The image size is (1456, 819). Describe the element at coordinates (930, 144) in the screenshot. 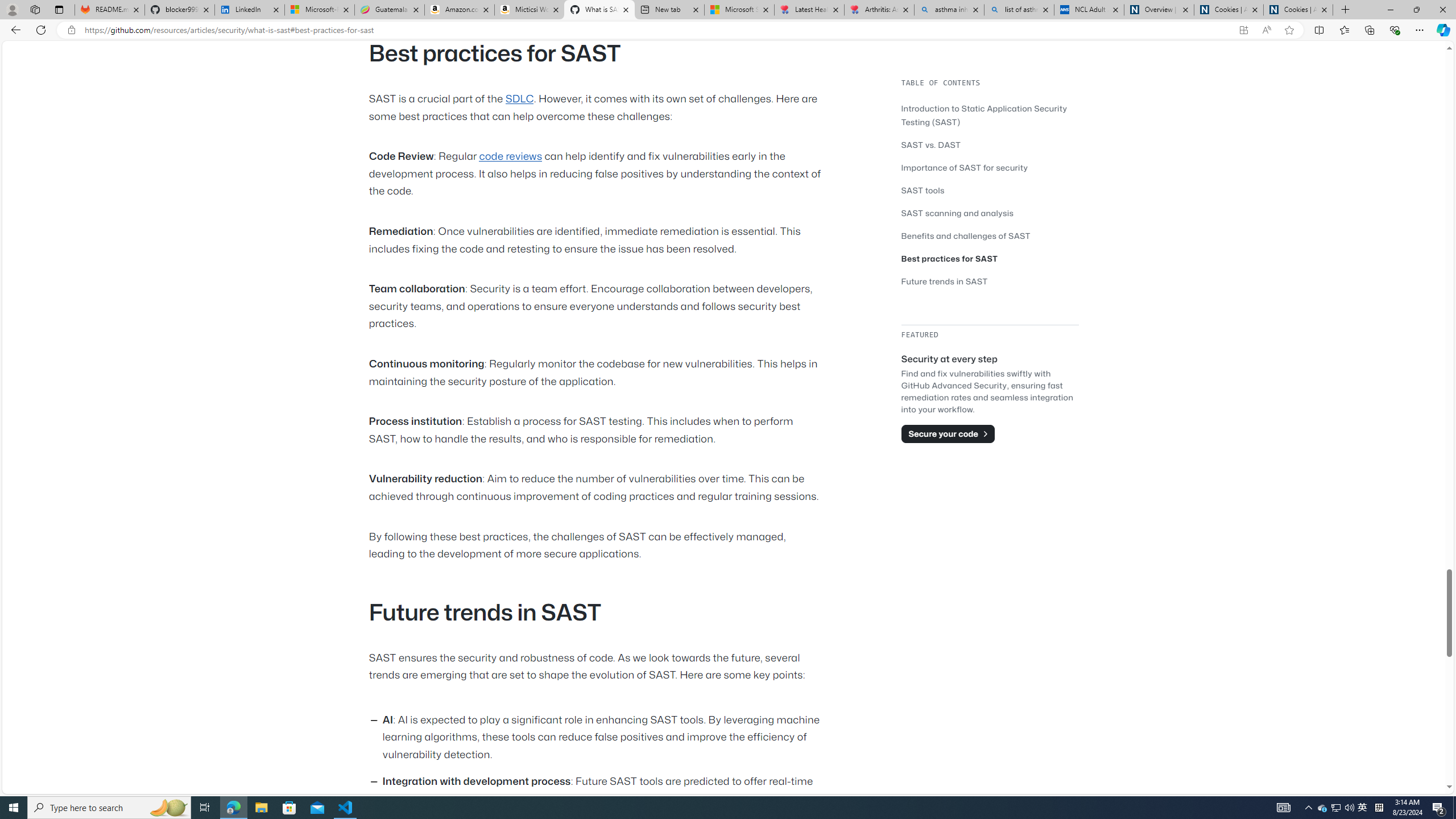

I see `'SAST vs. DAST'` at that location.